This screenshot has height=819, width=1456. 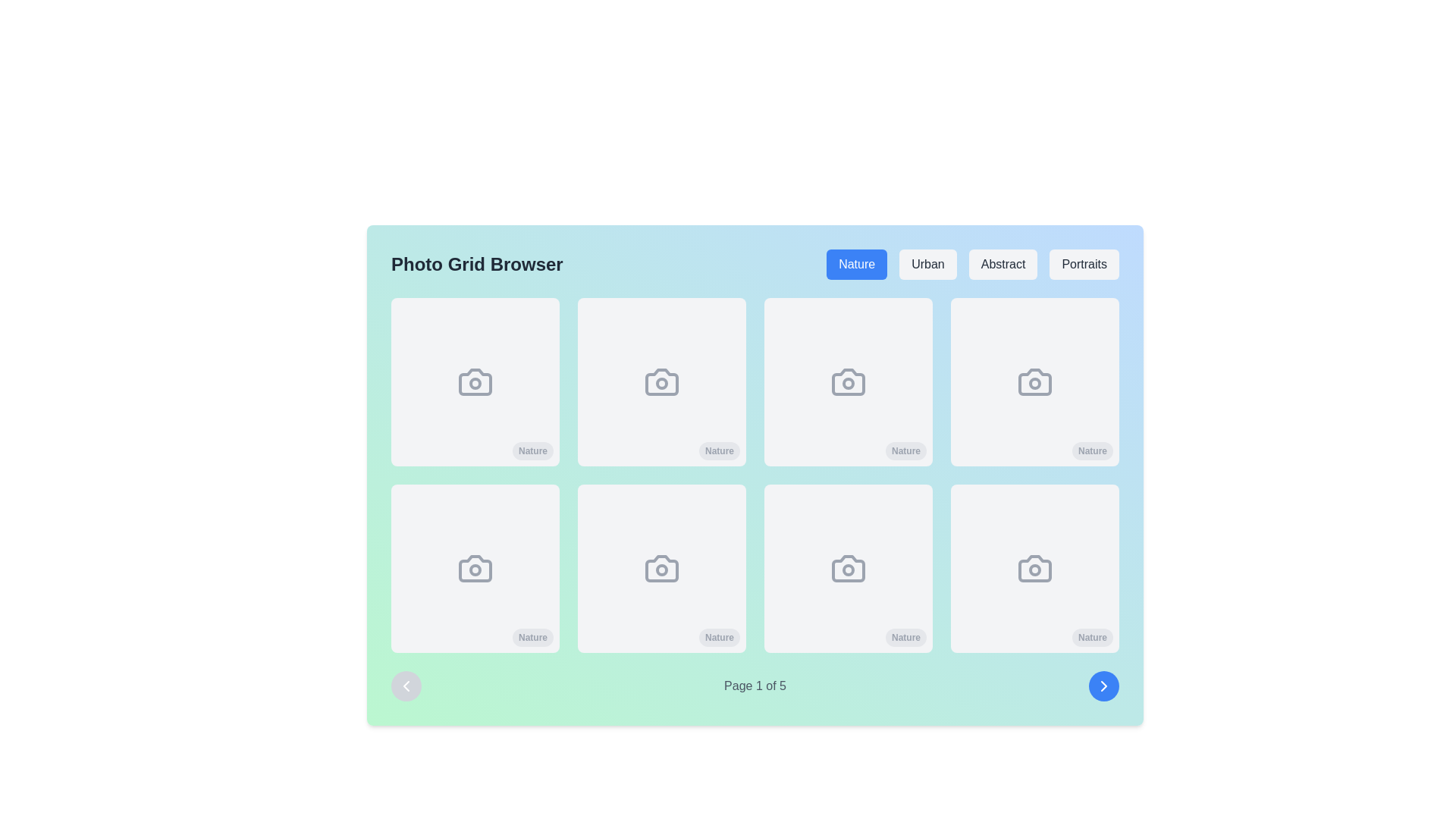 What do you see at coordinates (1034, 382) in the screenshot?
I see `the decorative SVG Circle that represents a camera lens, which is located inside the camera icon, the fourth item in the first row of the photo selection interface` at bounding box center [1034, 382].